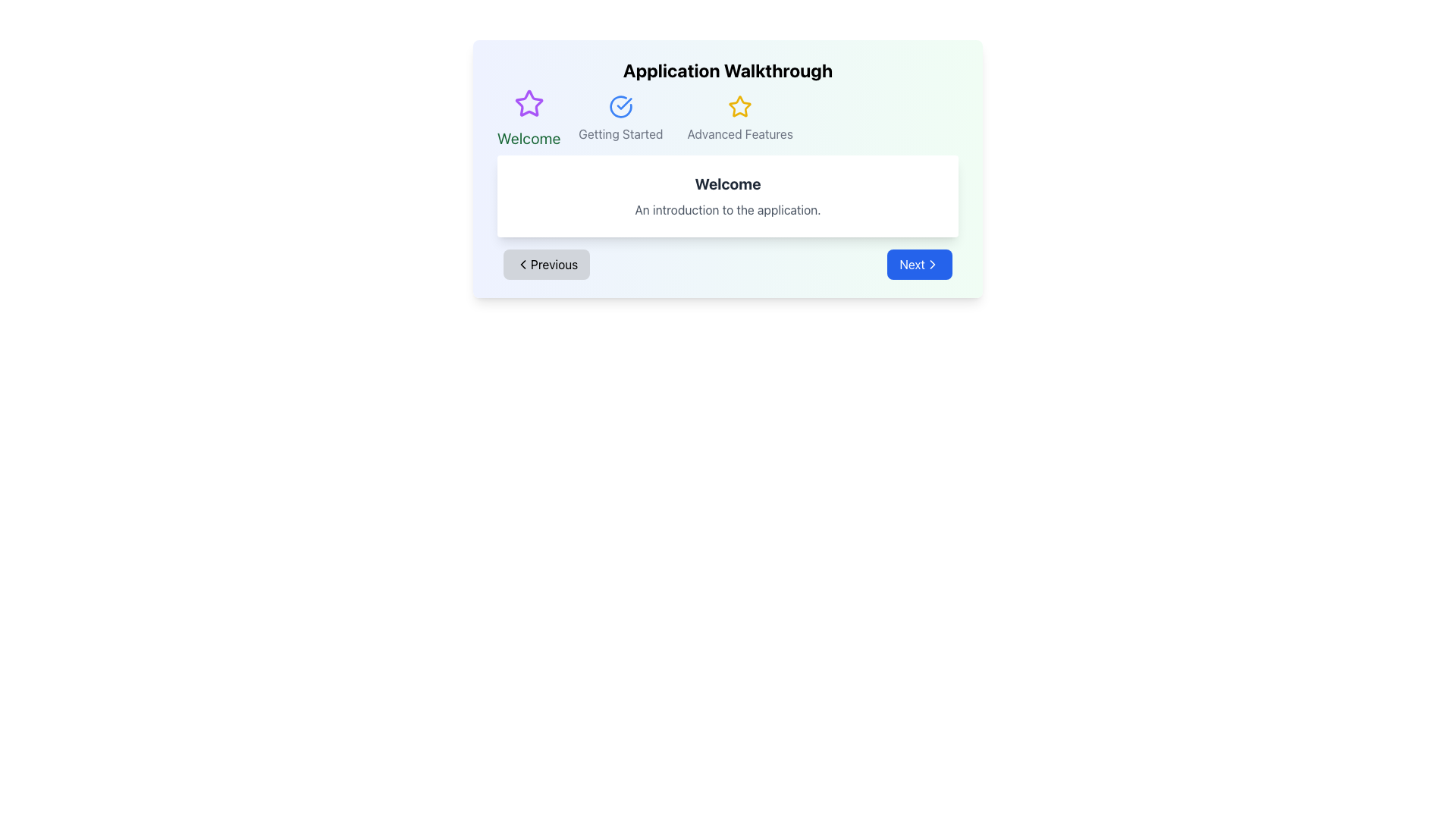  Describe the element at coordinates (740, 105) in the screenshot. I see `the Decorative Icon indicating the first stage or tab titled 'Welcome' in the application walkthrough, located above the text 'Welcome'` at that location.